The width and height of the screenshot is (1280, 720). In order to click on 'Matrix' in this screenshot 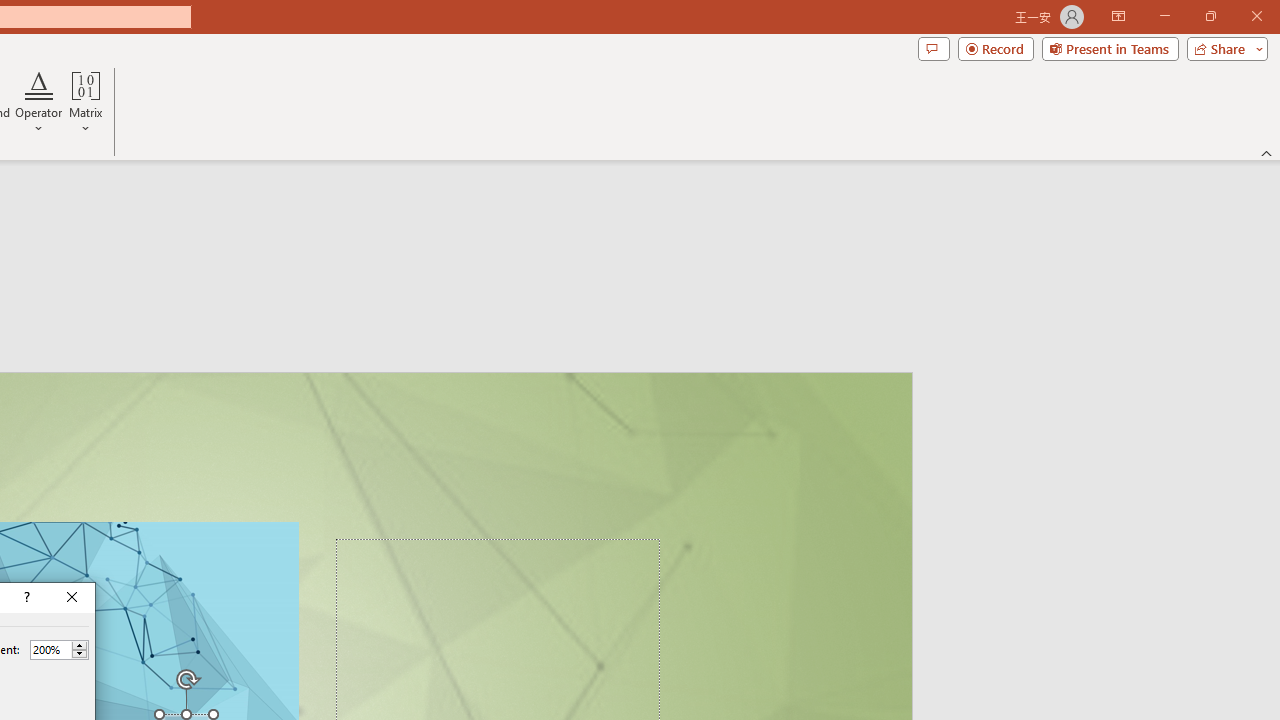, I will do `click(85, 103)`.